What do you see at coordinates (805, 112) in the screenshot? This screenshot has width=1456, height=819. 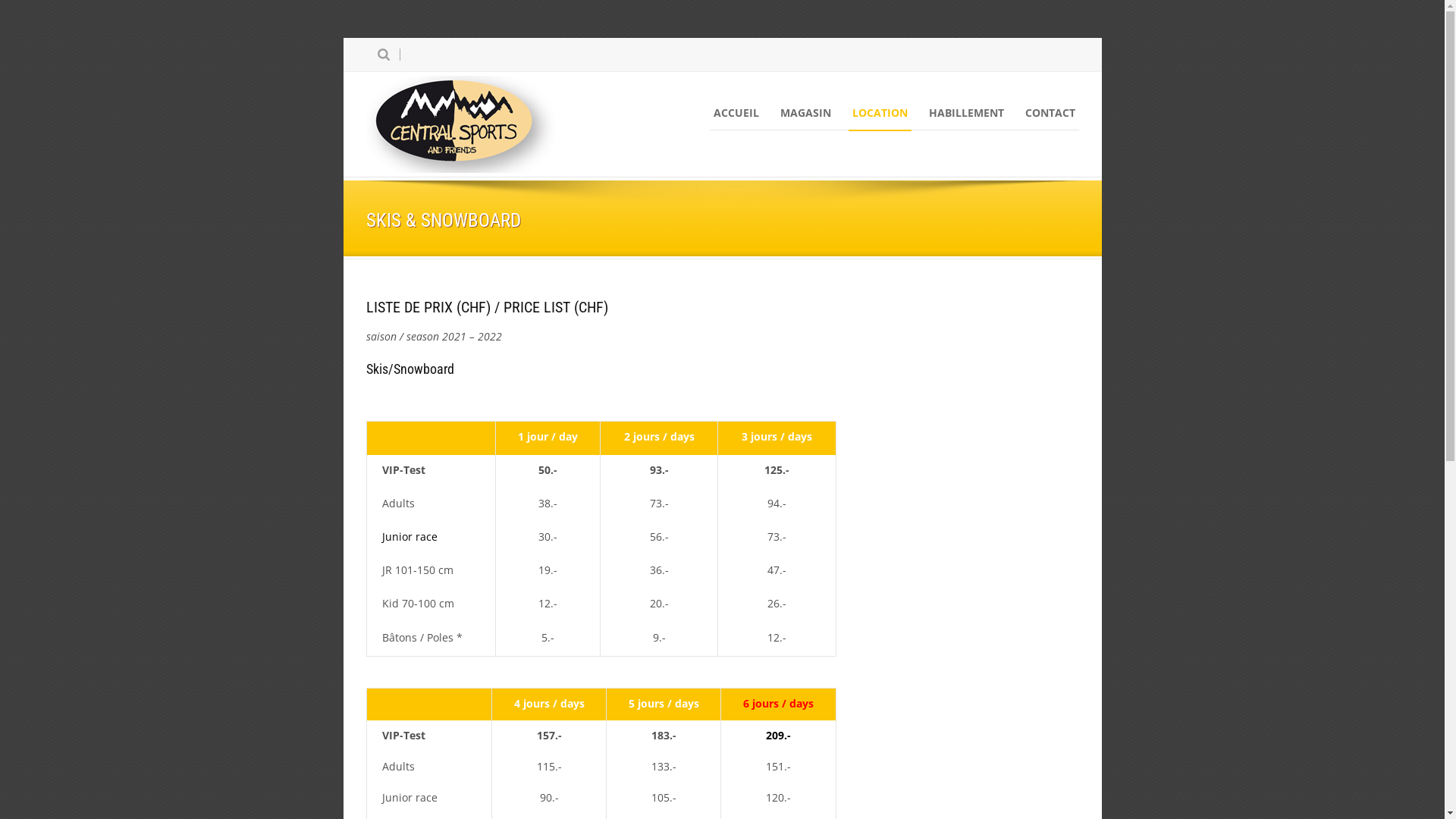 I see `'MAGASIN'` at bounding box center [805, 112].